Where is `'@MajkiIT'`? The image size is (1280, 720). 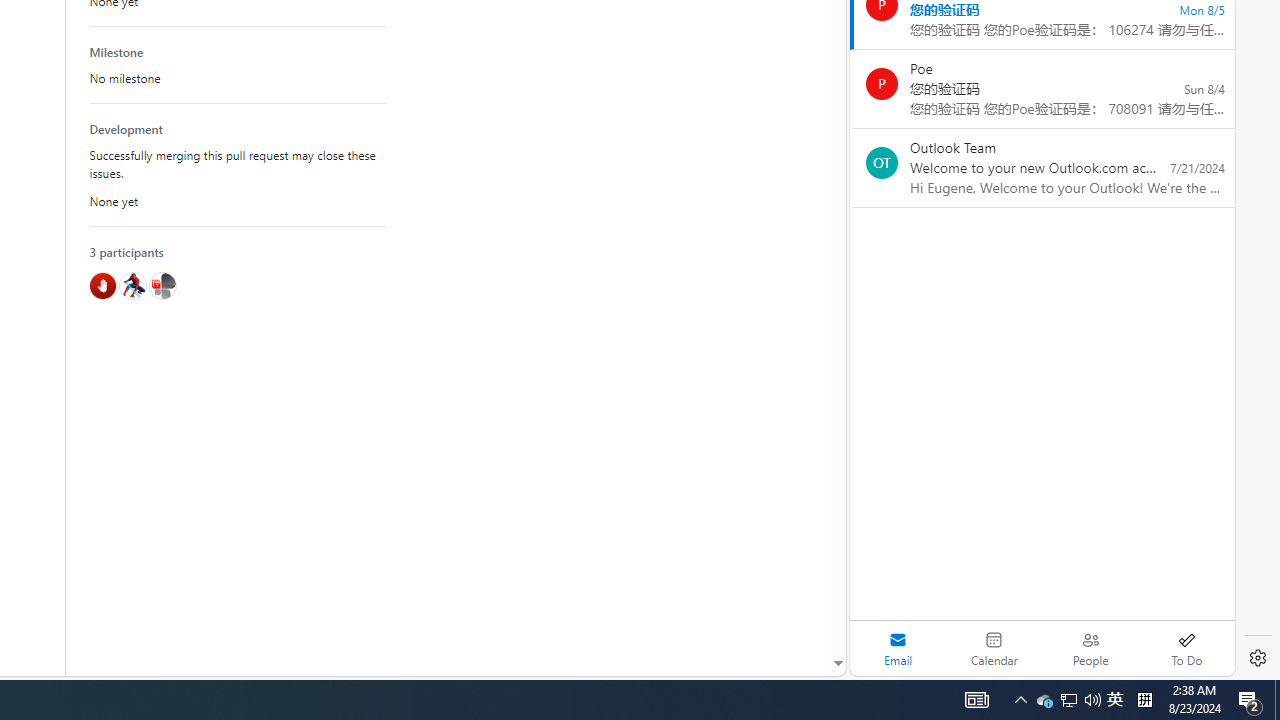 '@MajkiIT' is located at coordinates (162, 285).